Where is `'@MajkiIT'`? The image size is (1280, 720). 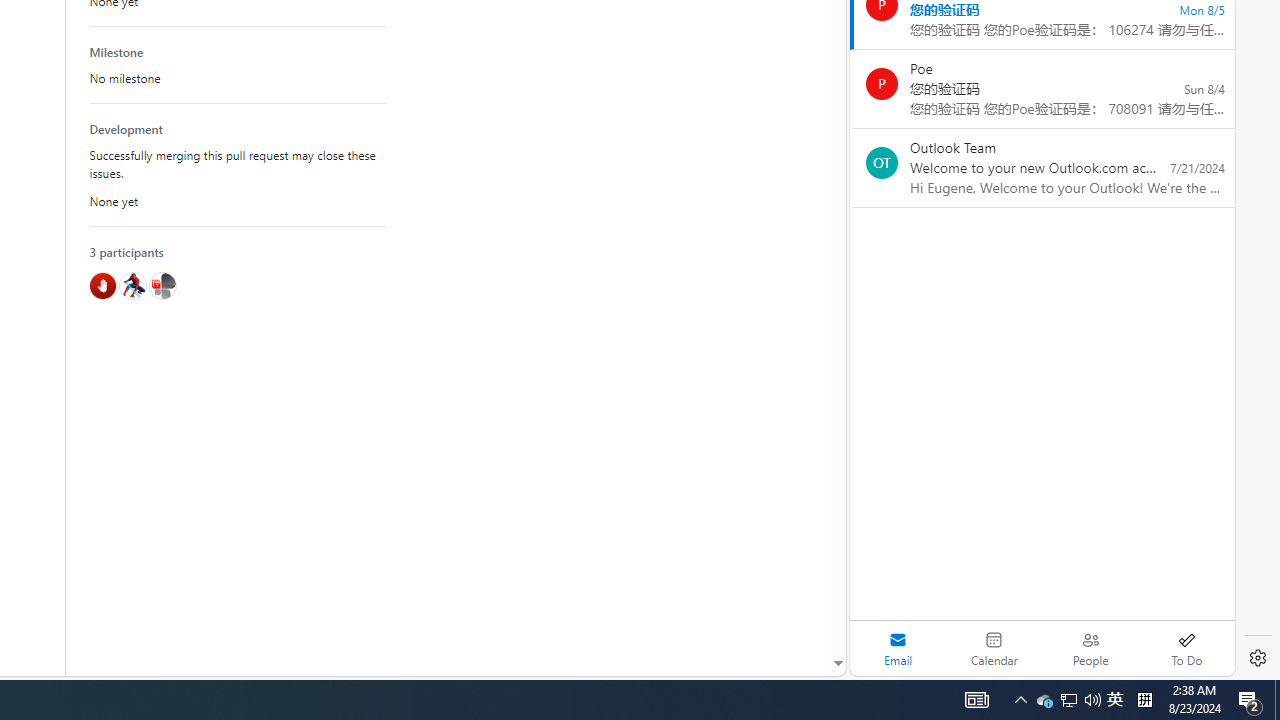 '@MajkiIT' is located at coordinates (162, 285).